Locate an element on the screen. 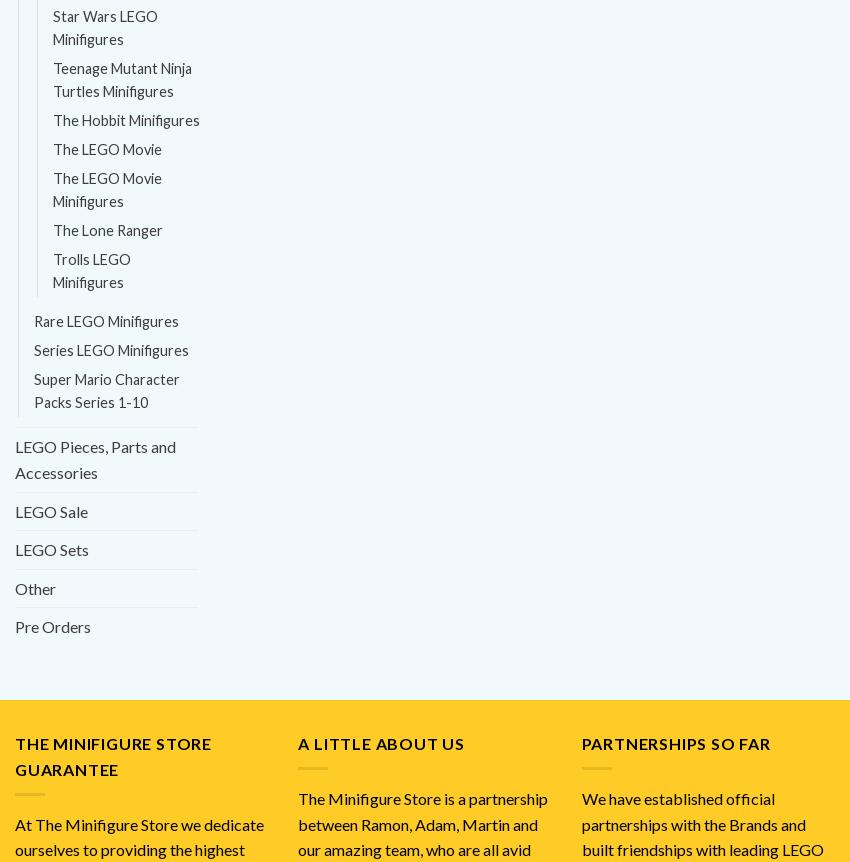 The image size is (850, 862). 'Super Mario Character Packs Series 1-10' is located at coordinates (106, 390).